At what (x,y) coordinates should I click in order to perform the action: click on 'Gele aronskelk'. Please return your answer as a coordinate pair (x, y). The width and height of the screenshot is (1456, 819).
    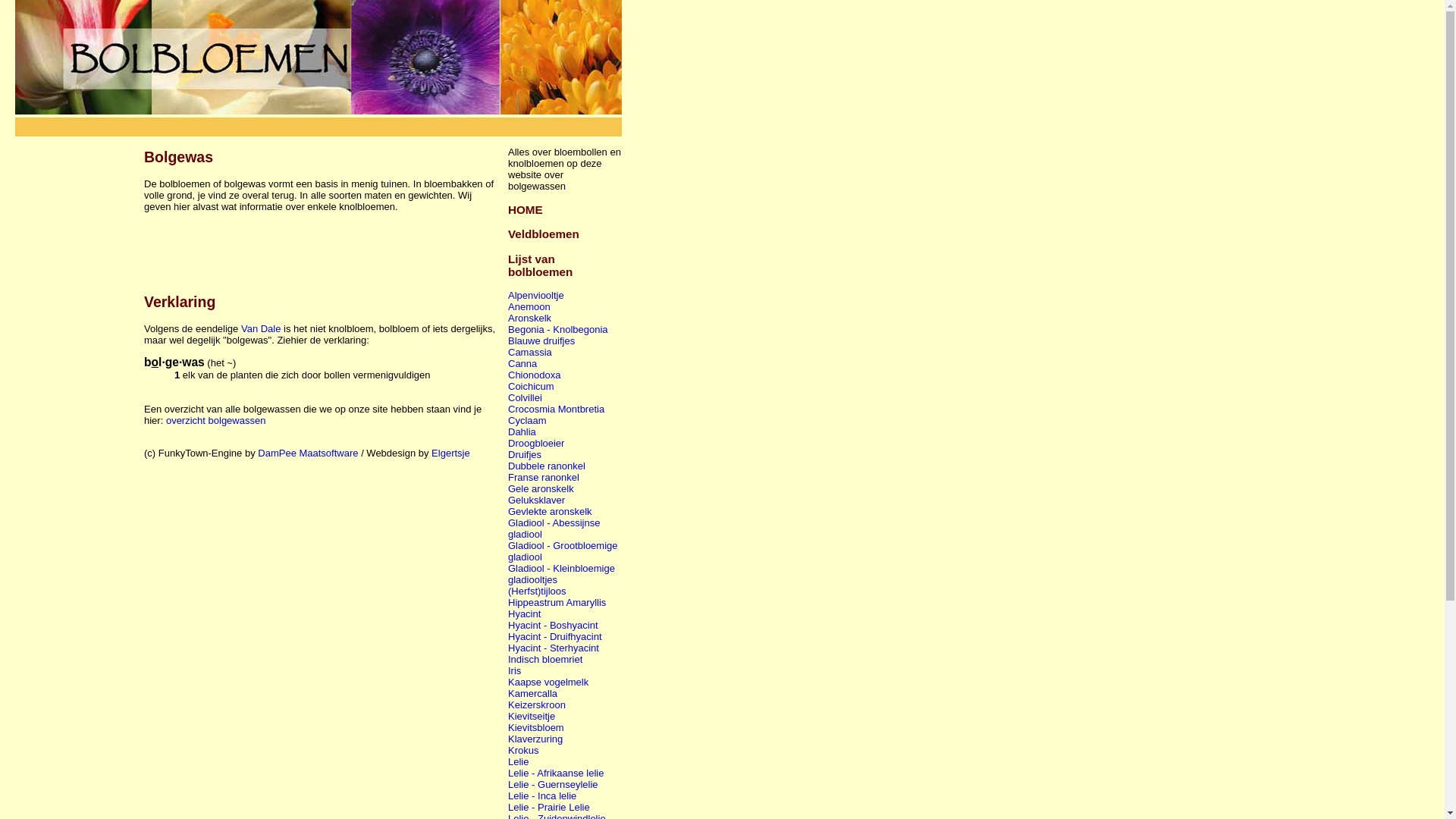
    Looking at the image, I should click on (541, 488).